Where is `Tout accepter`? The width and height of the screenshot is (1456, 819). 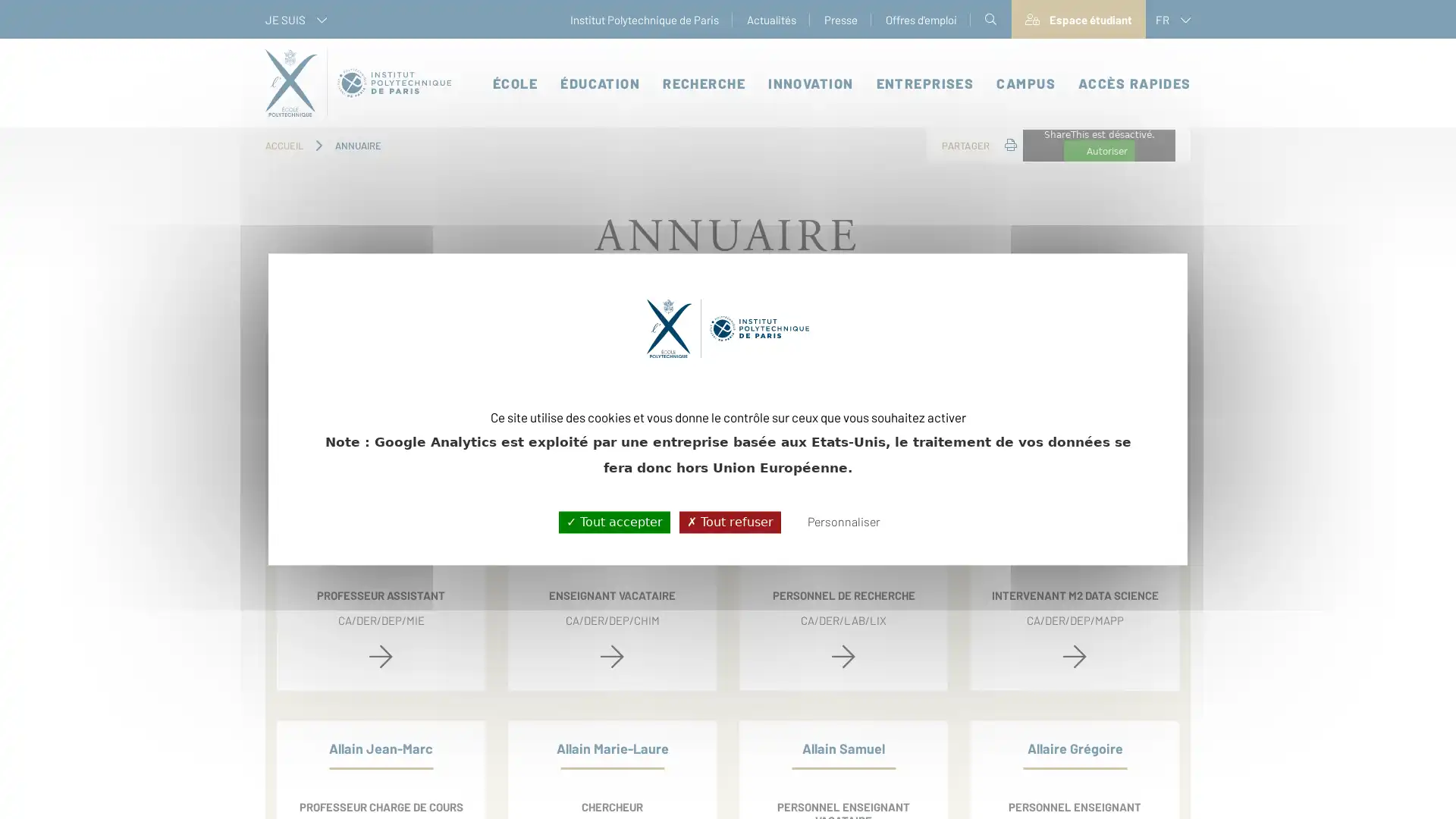 Tout accepter is located at coordinates (613, 521).